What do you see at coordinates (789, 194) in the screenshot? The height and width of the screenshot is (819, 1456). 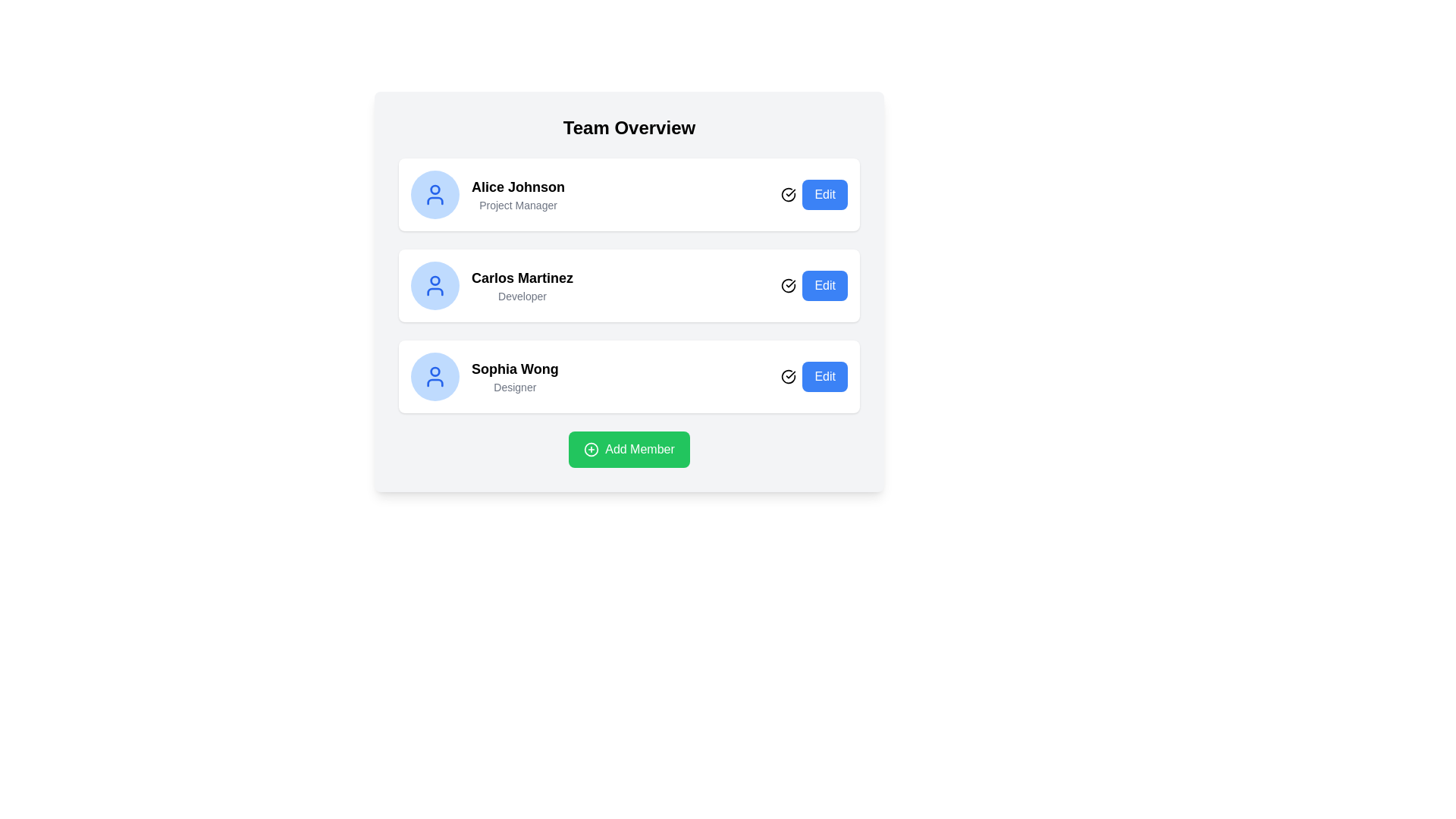 I see `the user activity status icon next to 'Carlos Martinez' in the middle card of the three-item list` at bounding box center [789, 194].